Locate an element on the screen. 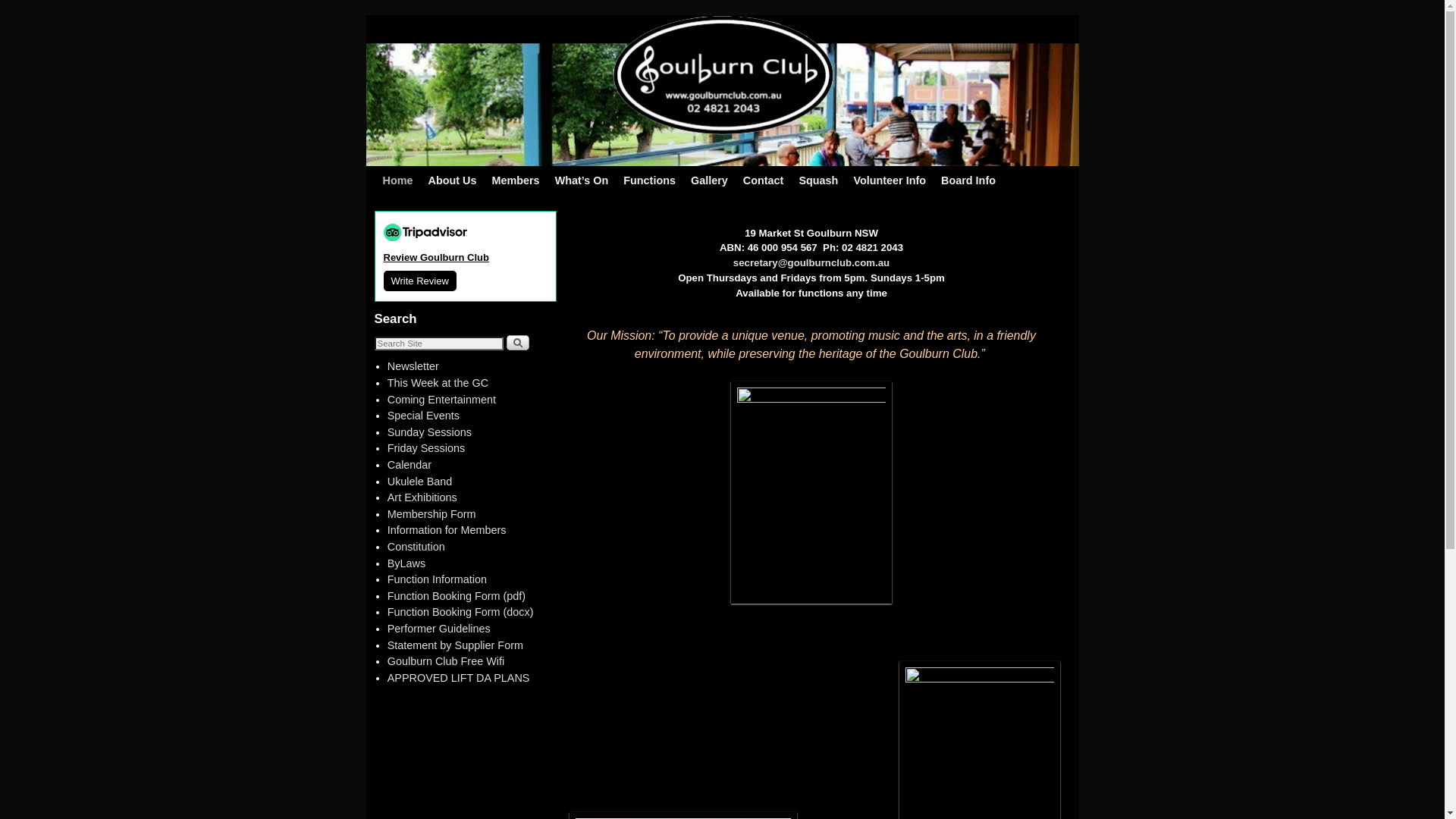  'Function Booking Form (docx)' is located at coordinates (460, 610).